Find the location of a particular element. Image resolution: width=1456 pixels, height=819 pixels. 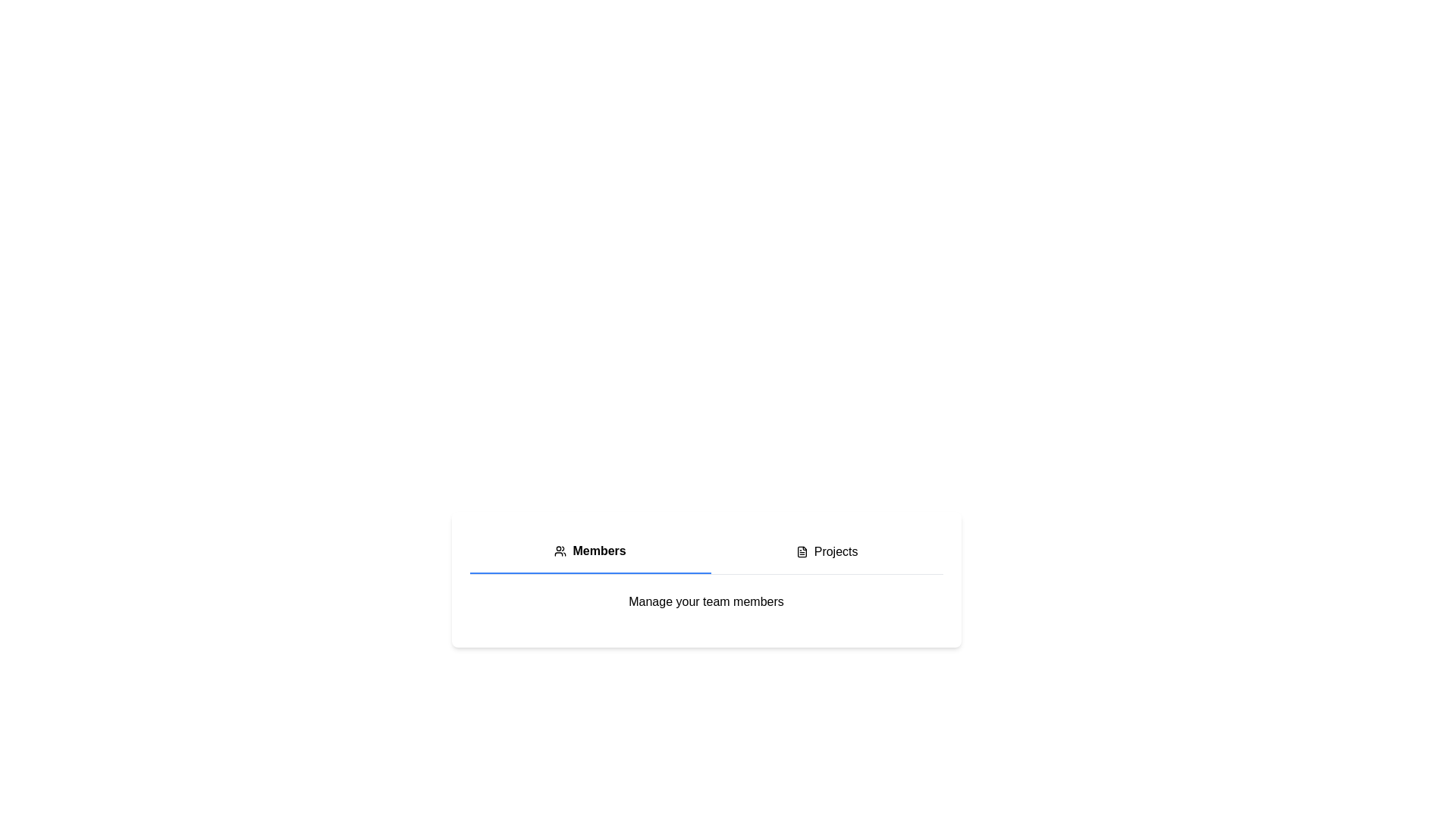

the 'Members' text label, which is styled in bold black font and located in the horizontal navigation bar is located at coordinates (598, 551).